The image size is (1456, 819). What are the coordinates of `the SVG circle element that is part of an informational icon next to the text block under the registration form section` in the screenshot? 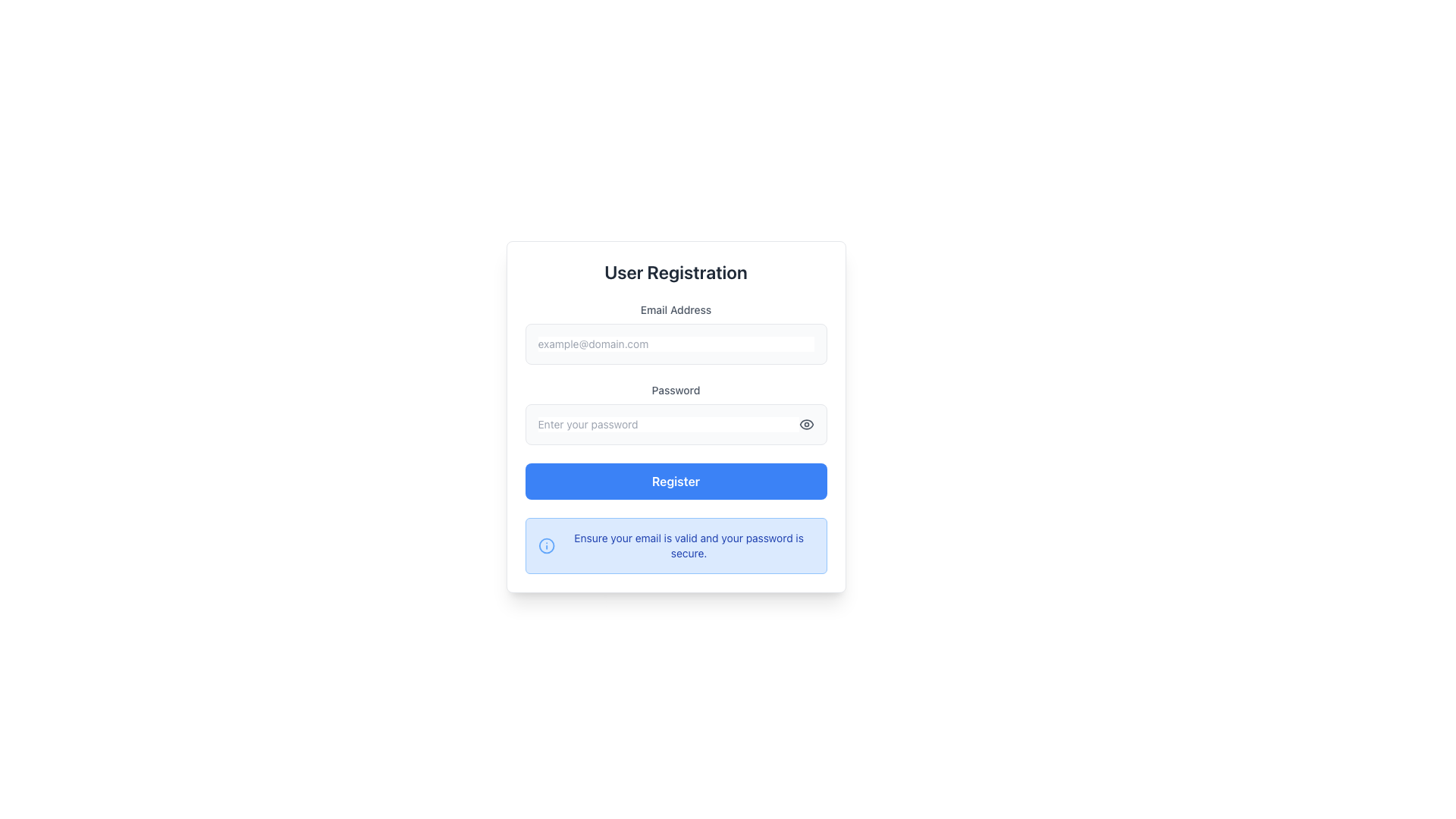 It's located at (546, 546).